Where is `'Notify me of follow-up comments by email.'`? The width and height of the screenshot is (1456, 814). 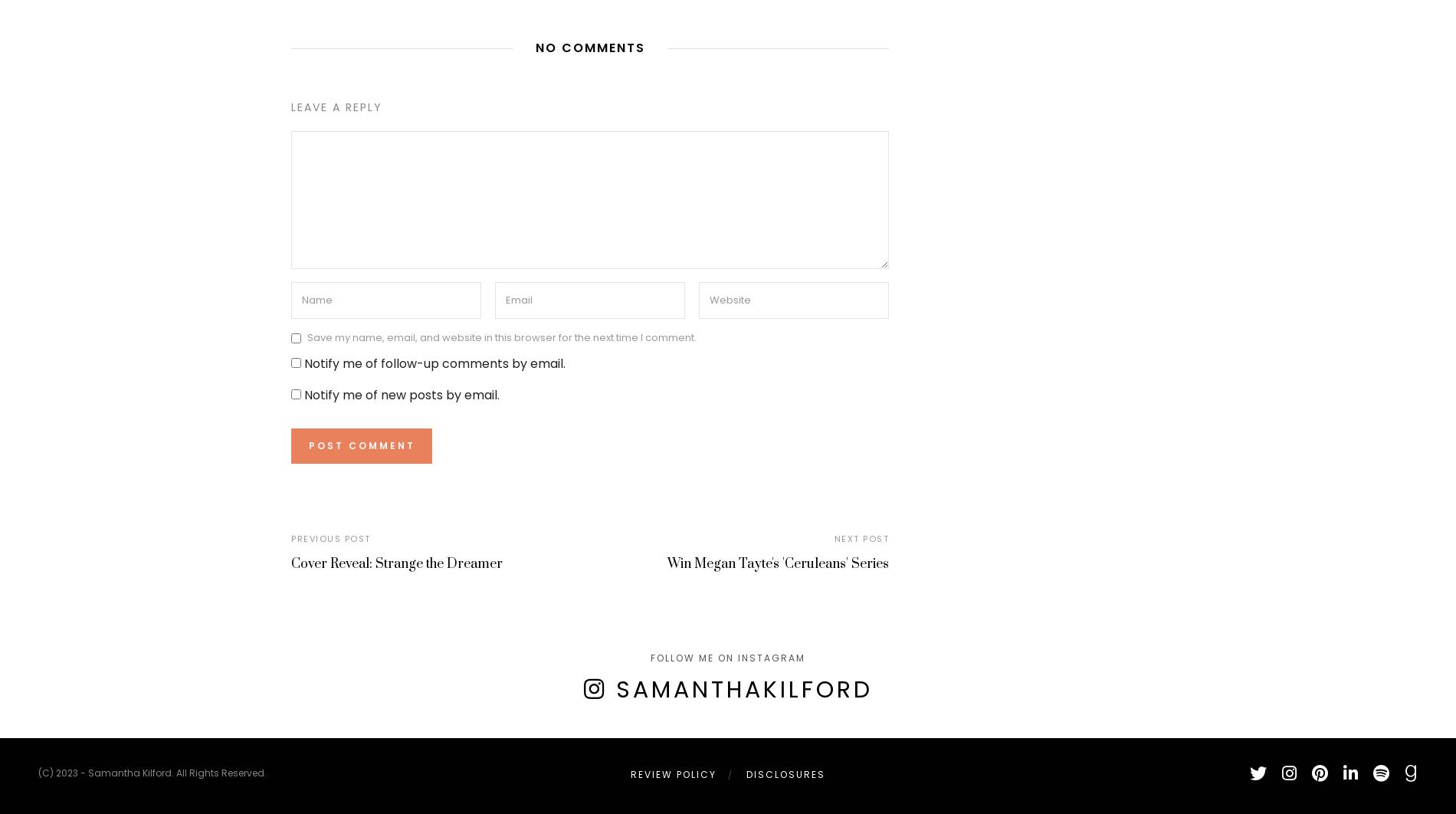
'Notify me of follow-up comments by email.' is located at coordinates (435, 362).